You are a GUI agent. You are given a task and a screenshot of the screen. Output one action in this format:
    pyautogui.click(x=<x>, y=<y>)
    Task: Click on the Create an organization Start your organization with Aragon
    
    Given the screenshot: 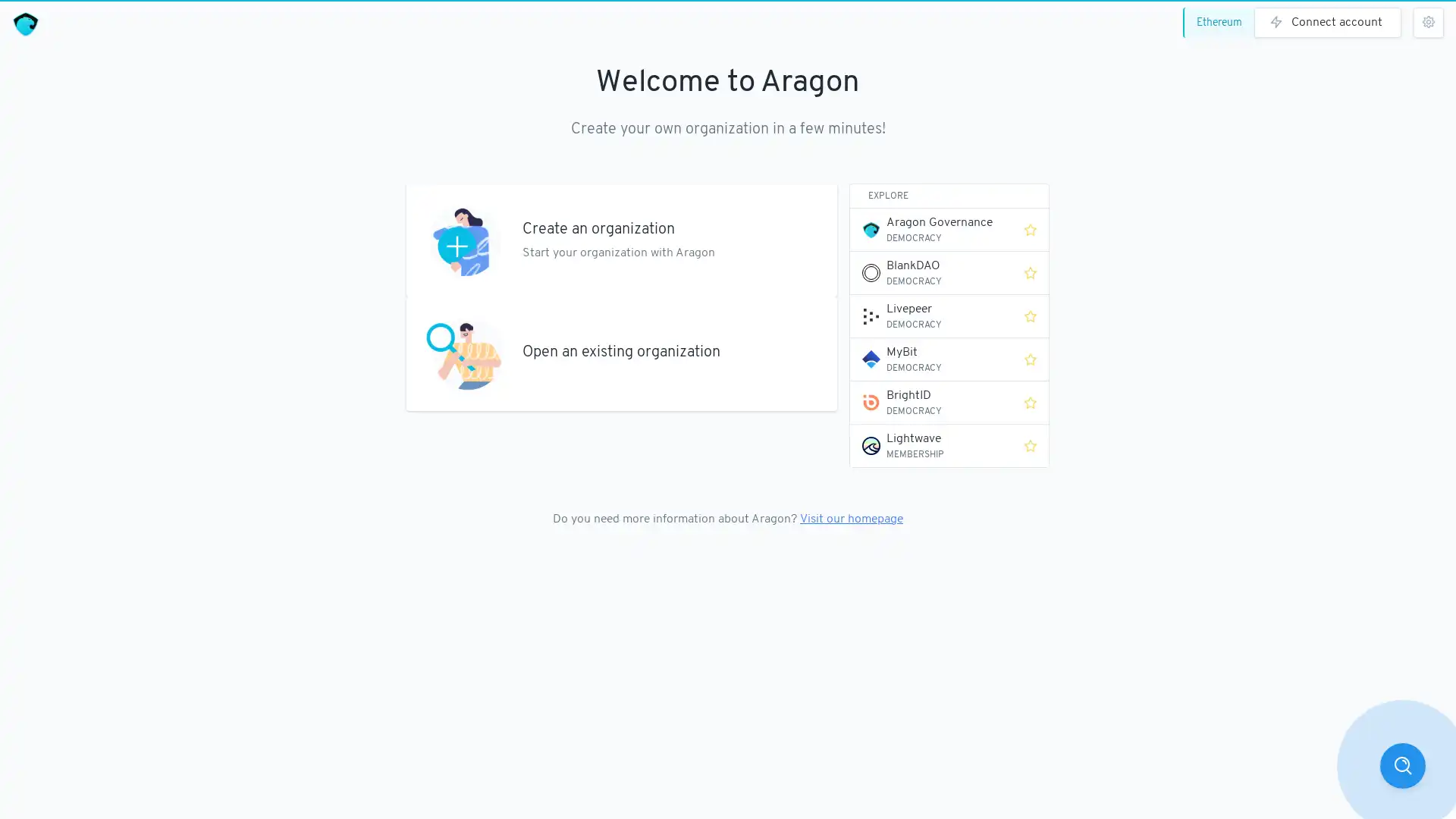 What is the action you would take?
    pyautogui.click(x=622, y=239)
    